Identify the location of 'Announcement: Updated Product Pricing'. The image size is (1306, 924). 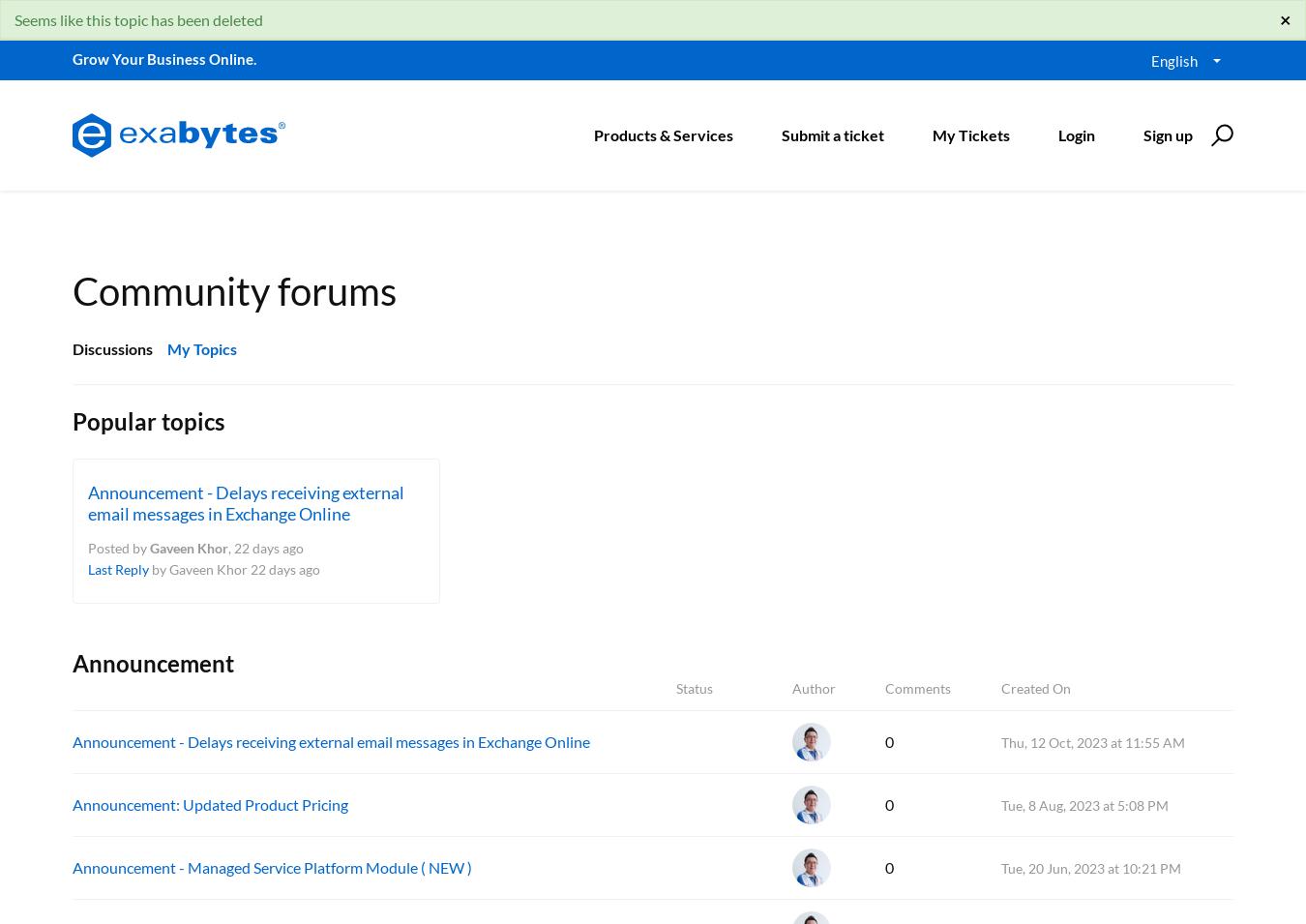
(210, 804).